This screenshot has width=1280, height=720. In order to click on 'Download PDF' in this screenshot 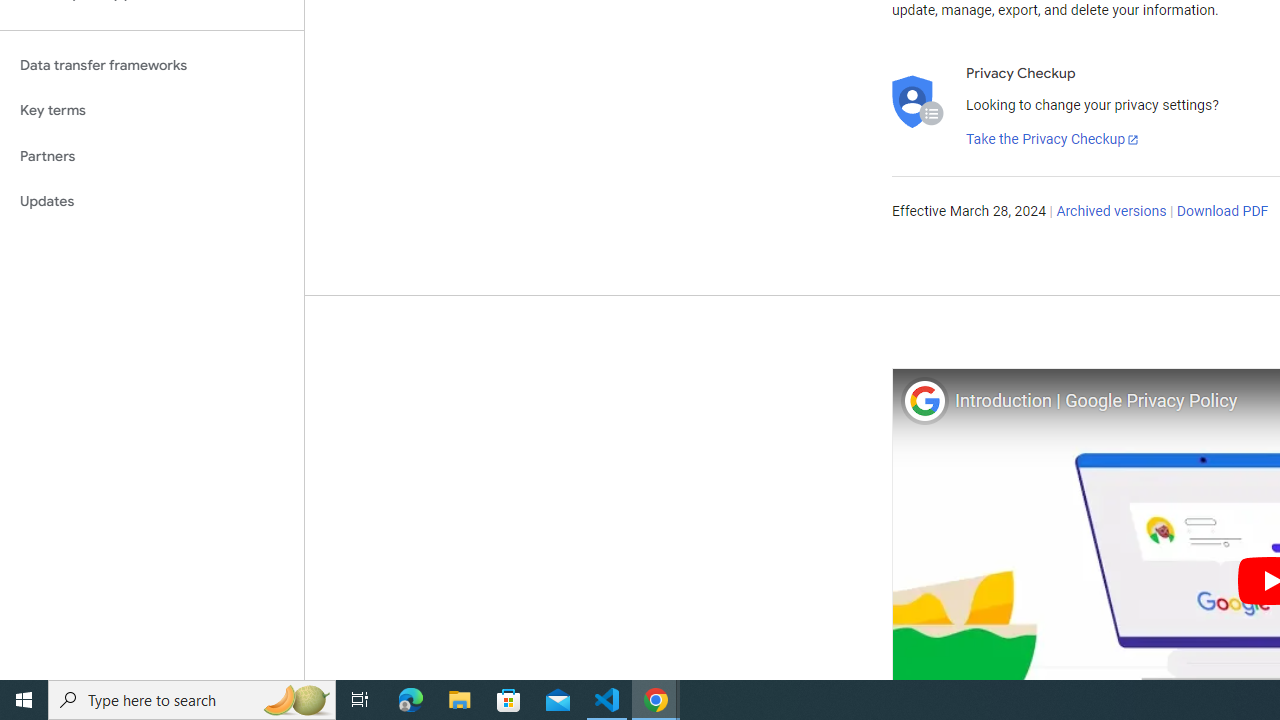, I will do `click(1221, 212)`.